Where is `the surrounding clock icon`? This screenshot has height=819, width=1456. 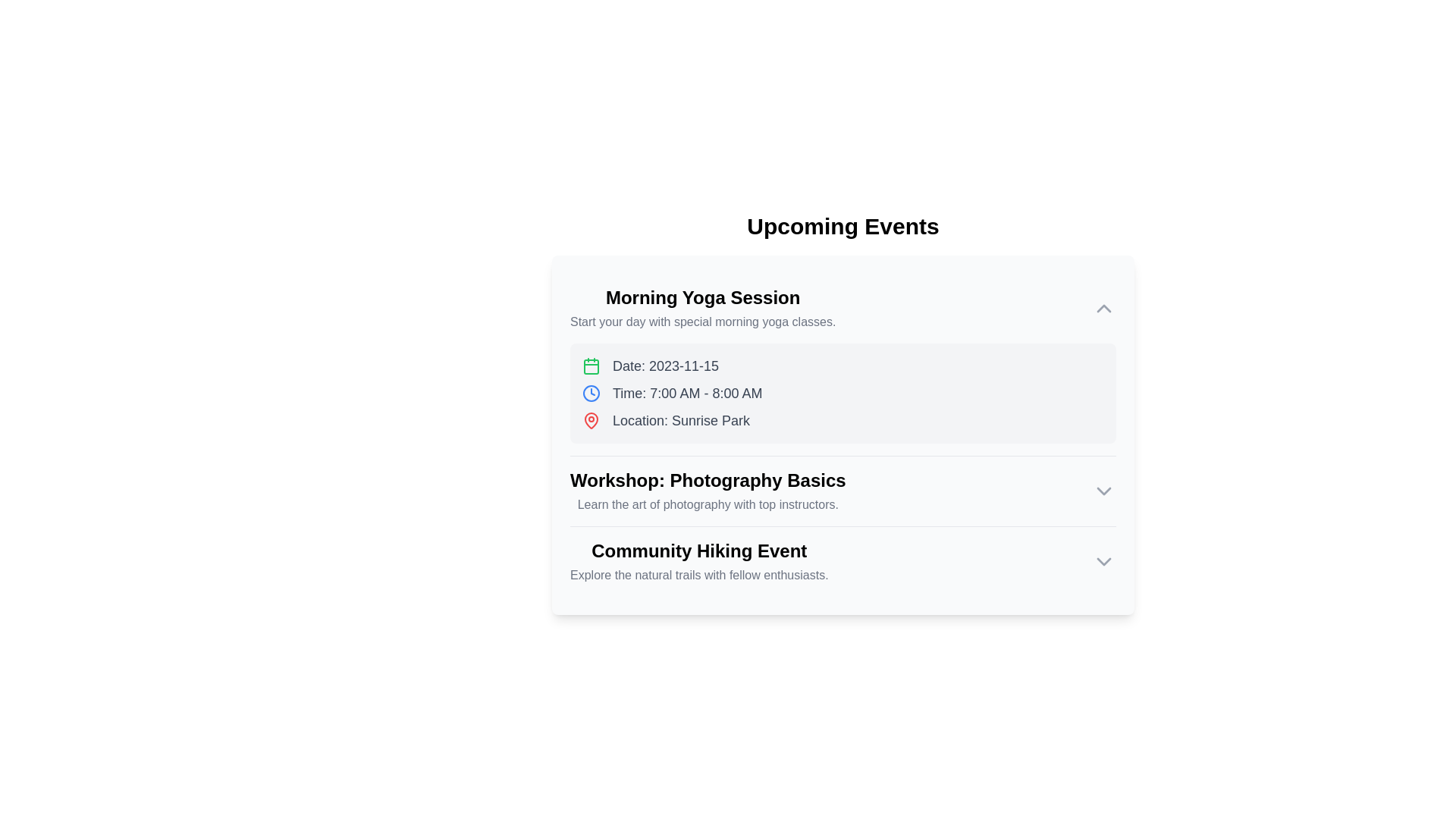
the surrounding clock icon is located at coordinates (590, 393).